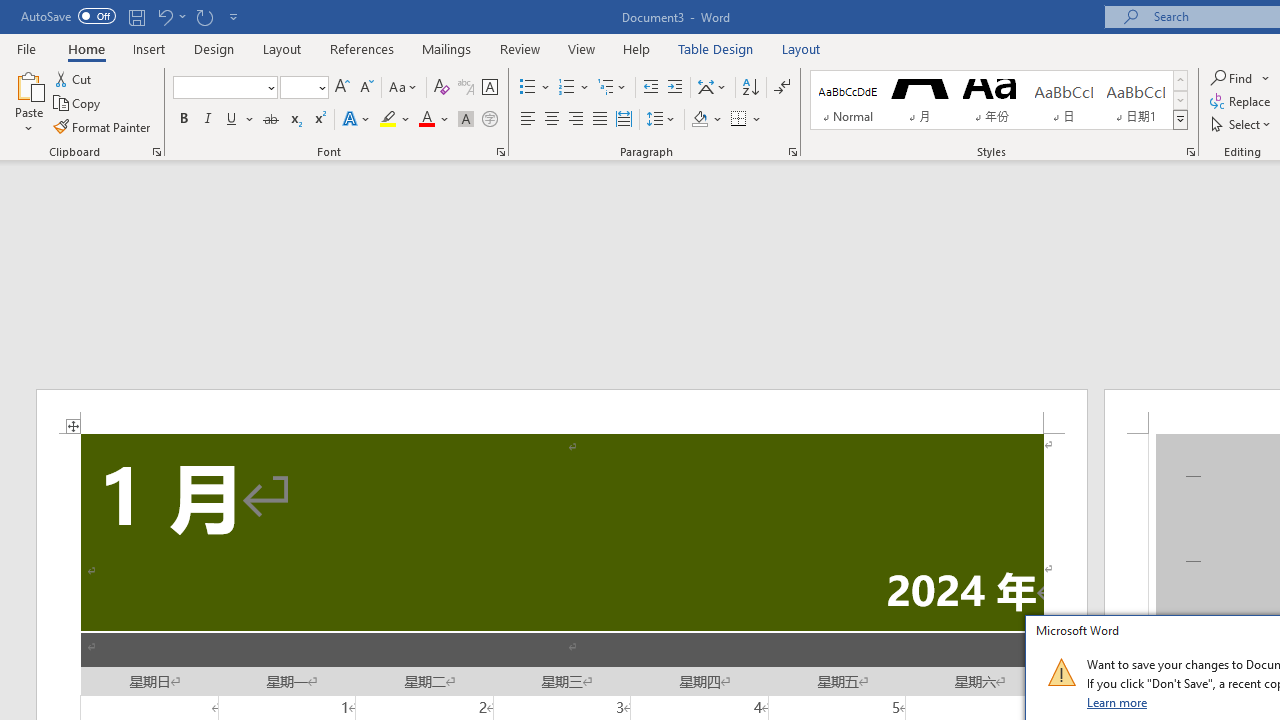 This screenshot has width=1280, height=720. Describe the element at coordinates (294, 119) in the screenshot. I see `'Subscript'` at that location.